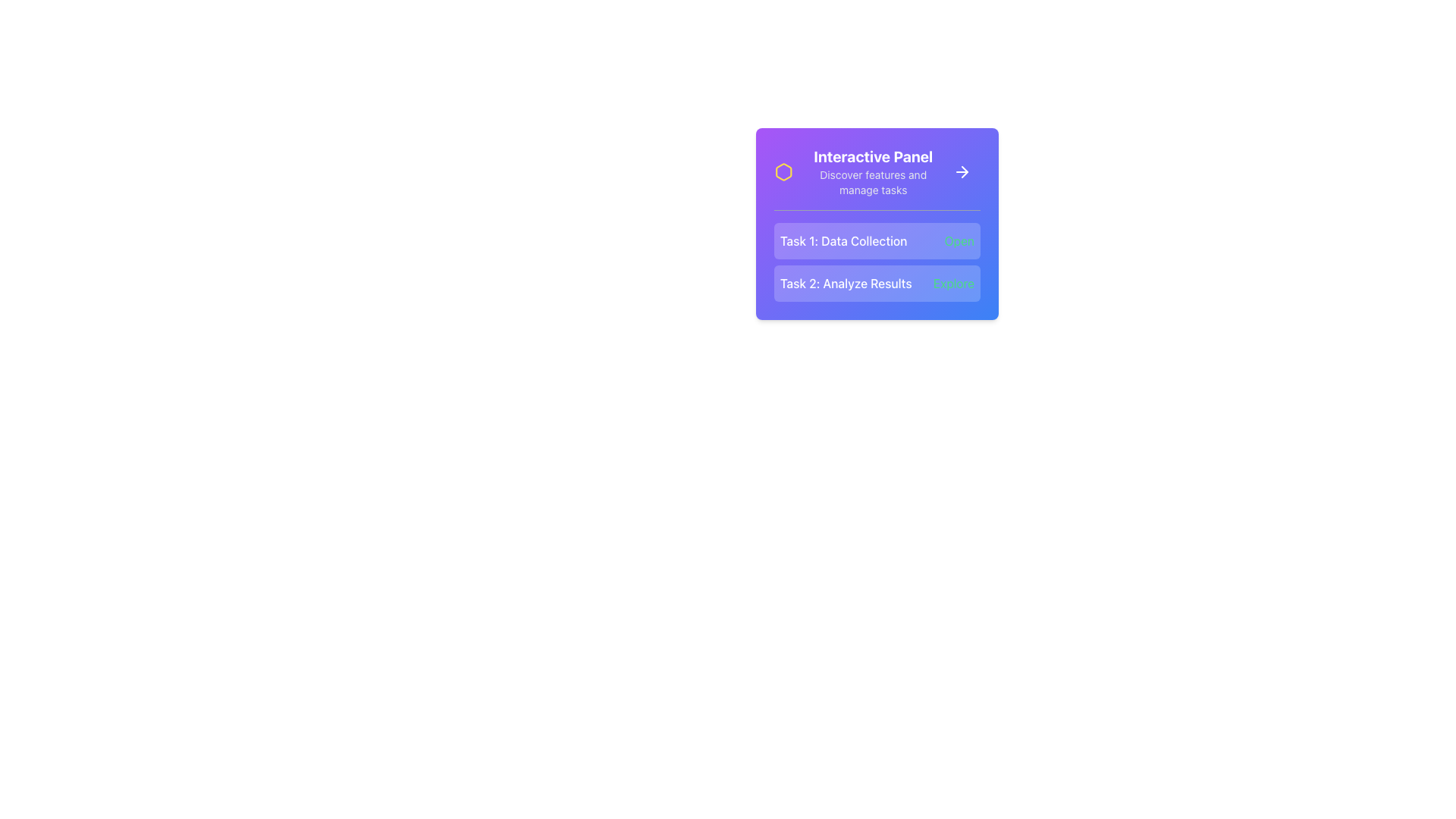 The width and height of the screenshot is (1456, 819). What do you see at coordinates (843, 240) in the screenshot?
I see `the text label that reads 'Task 1: Data Collection', which is the first label in a vertical list under the 'Interactive Panel' heading` at bounding box center [843, 240].